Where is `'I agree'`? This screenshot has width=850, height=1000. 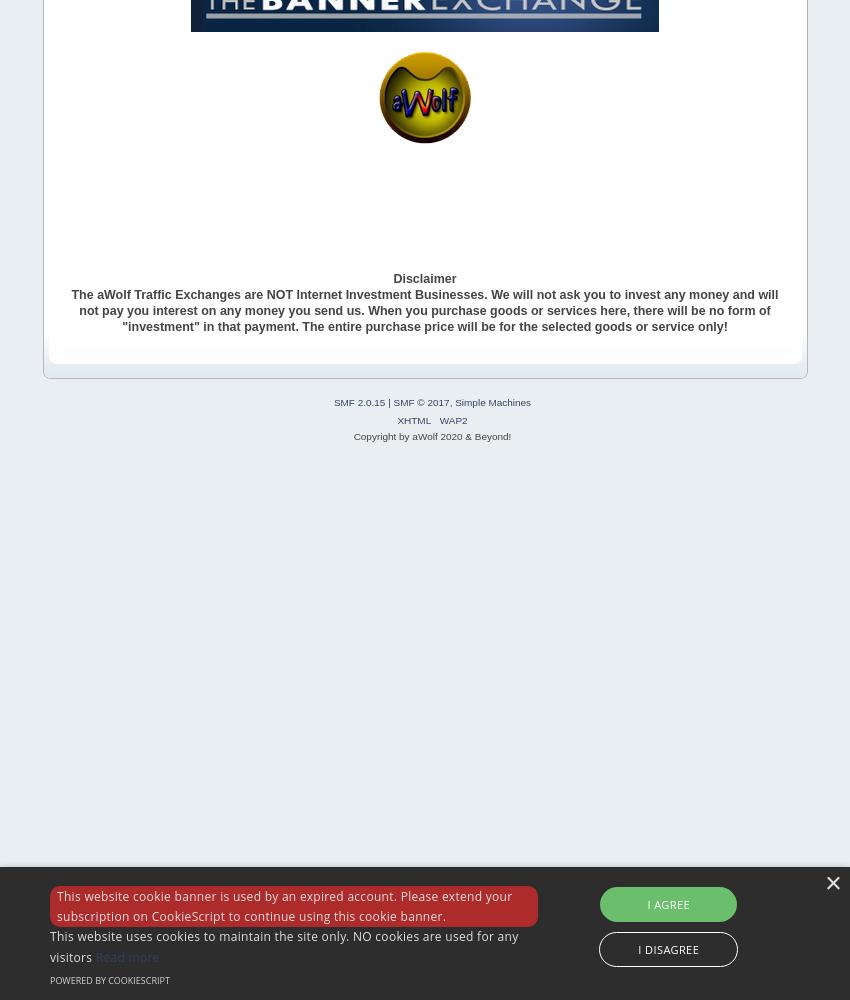
'I agree' is located at coordinates (668, 903).